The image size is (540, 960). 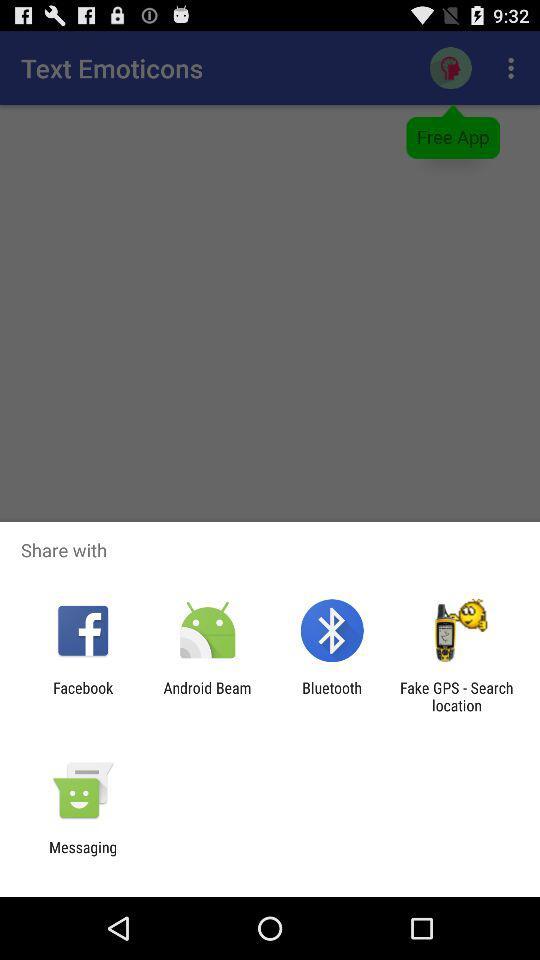 I want to click on facebook icon, so click(x=82, y=696).